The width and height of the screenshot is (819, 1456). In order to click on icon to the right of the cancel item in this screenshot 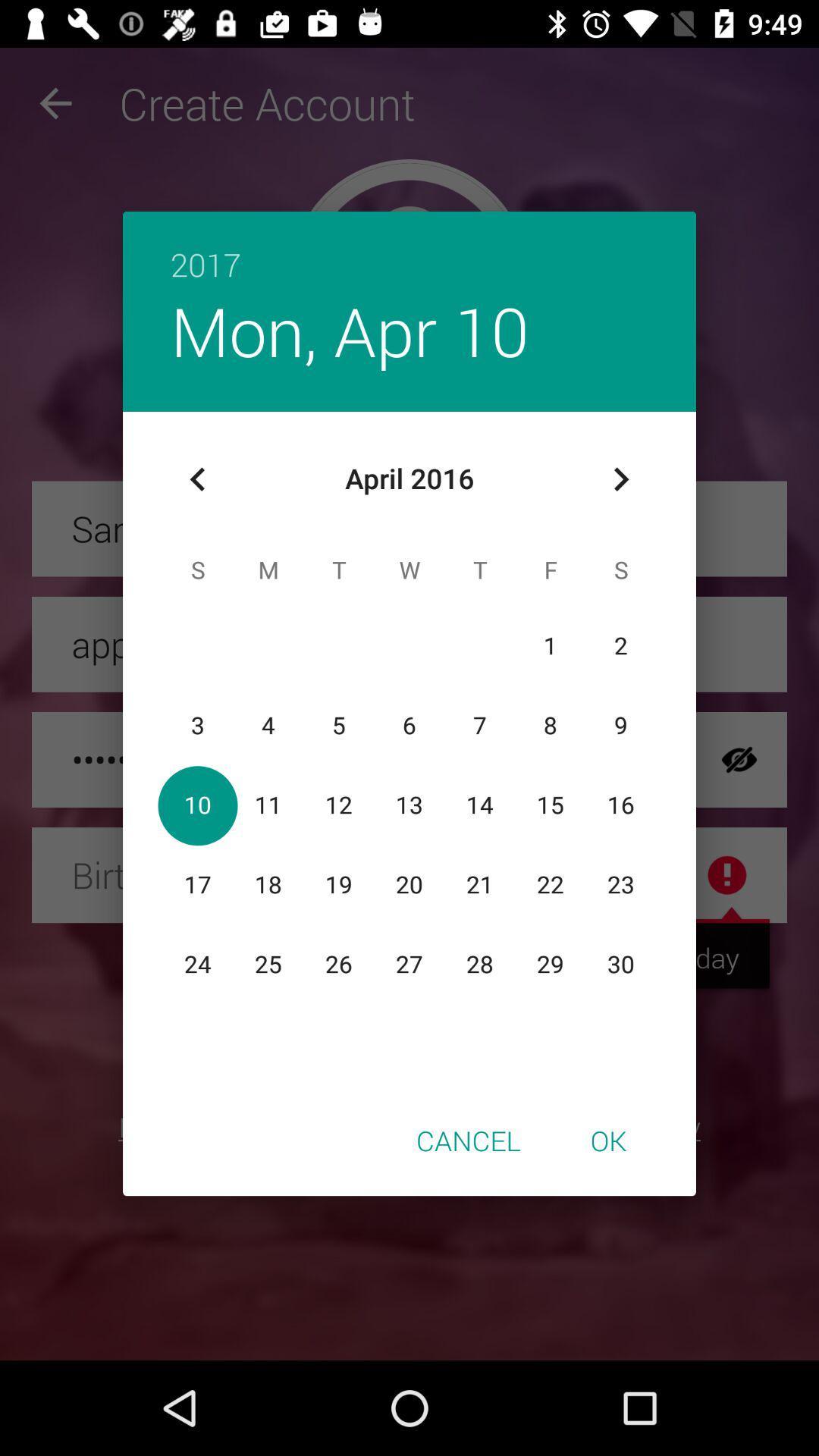, I will do `click(607, 1140)`.